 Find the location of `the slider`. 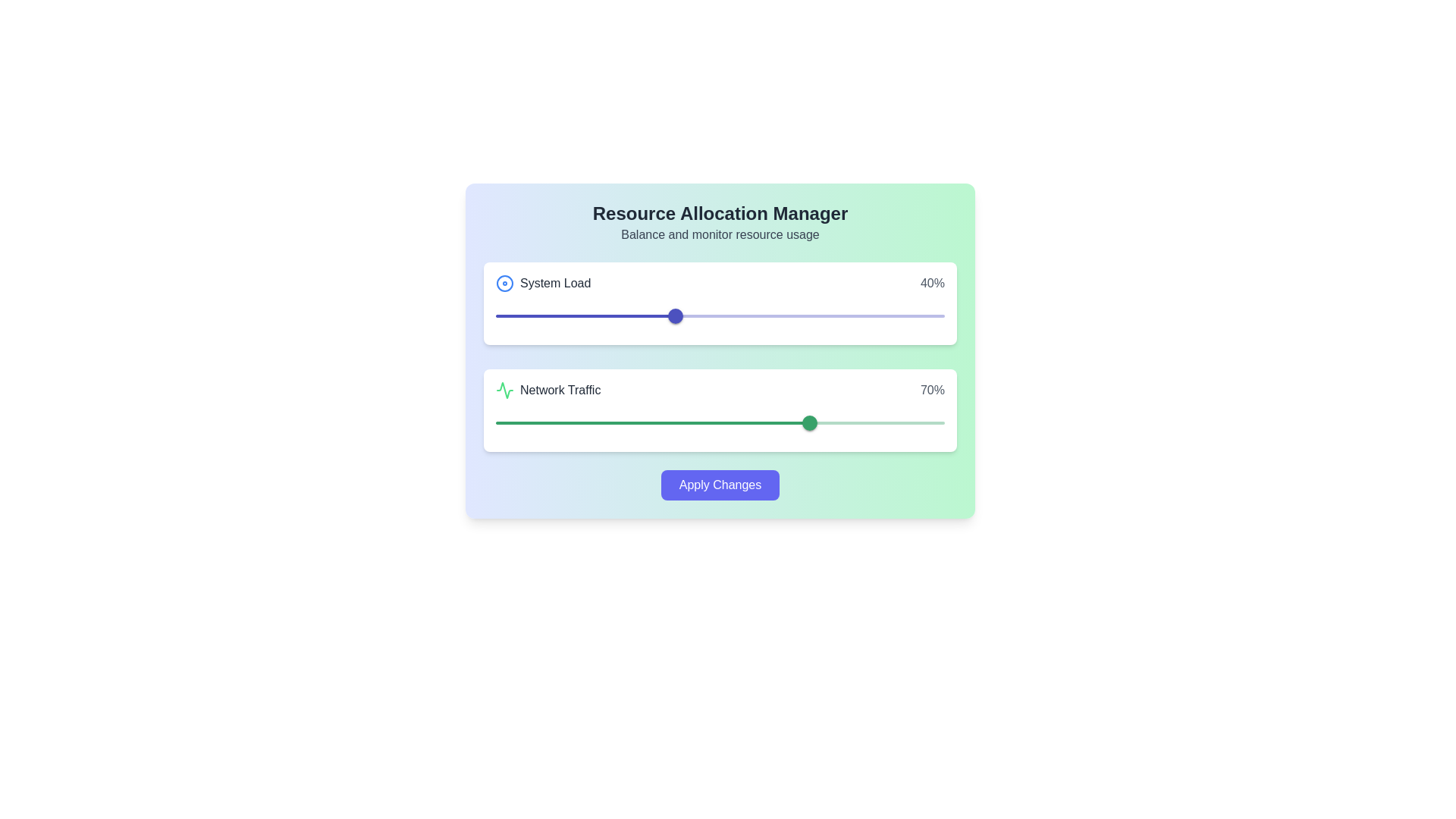

the slider is located at coordinates (667, 315).